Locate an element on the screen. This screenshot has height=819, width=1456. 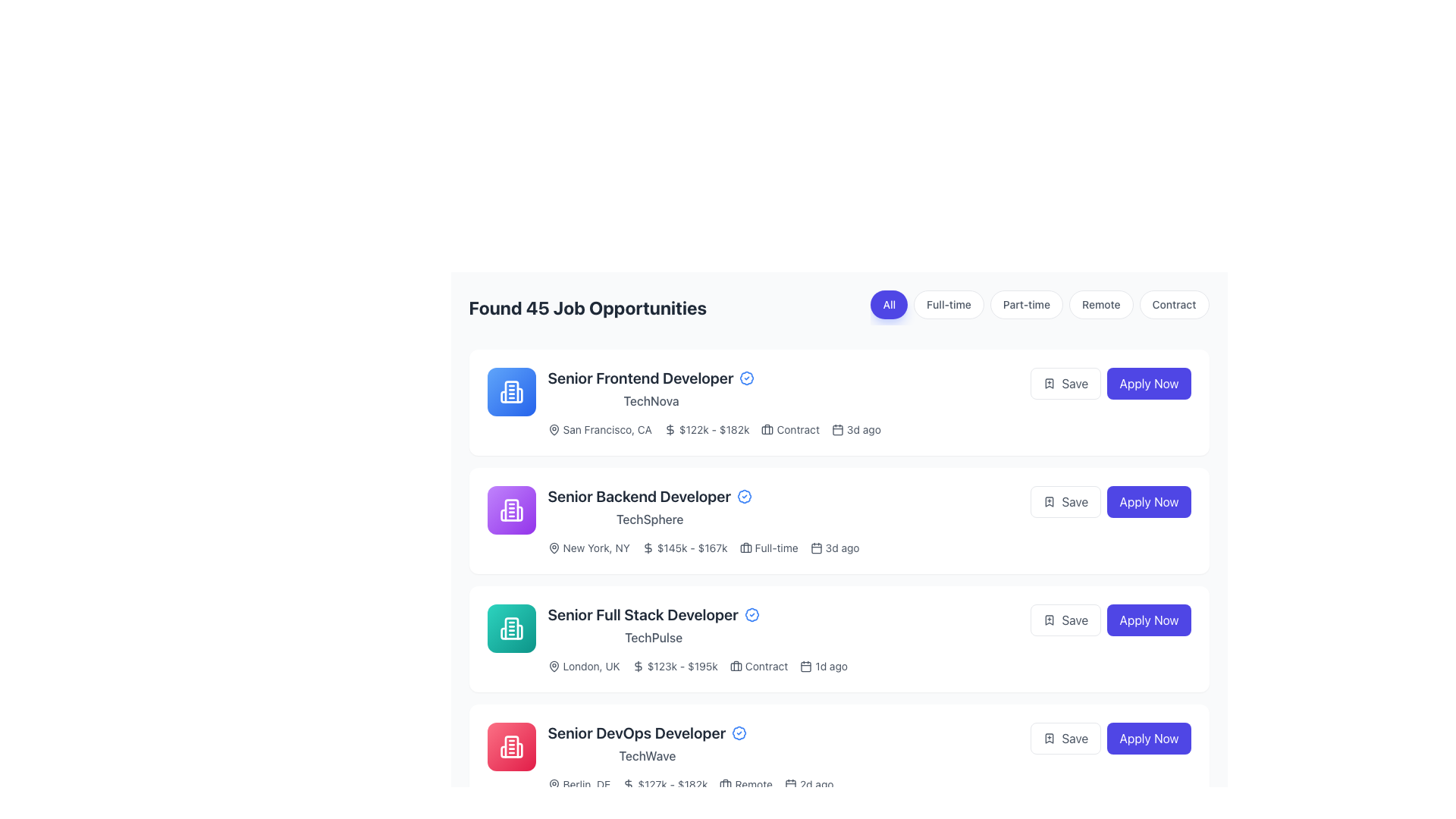
the bookmark icon with a plus symbol overlay, which is part of the 'Save' button next to the 'Senior Full Stack Developer' job listing is located at coordinates (1049, 620).